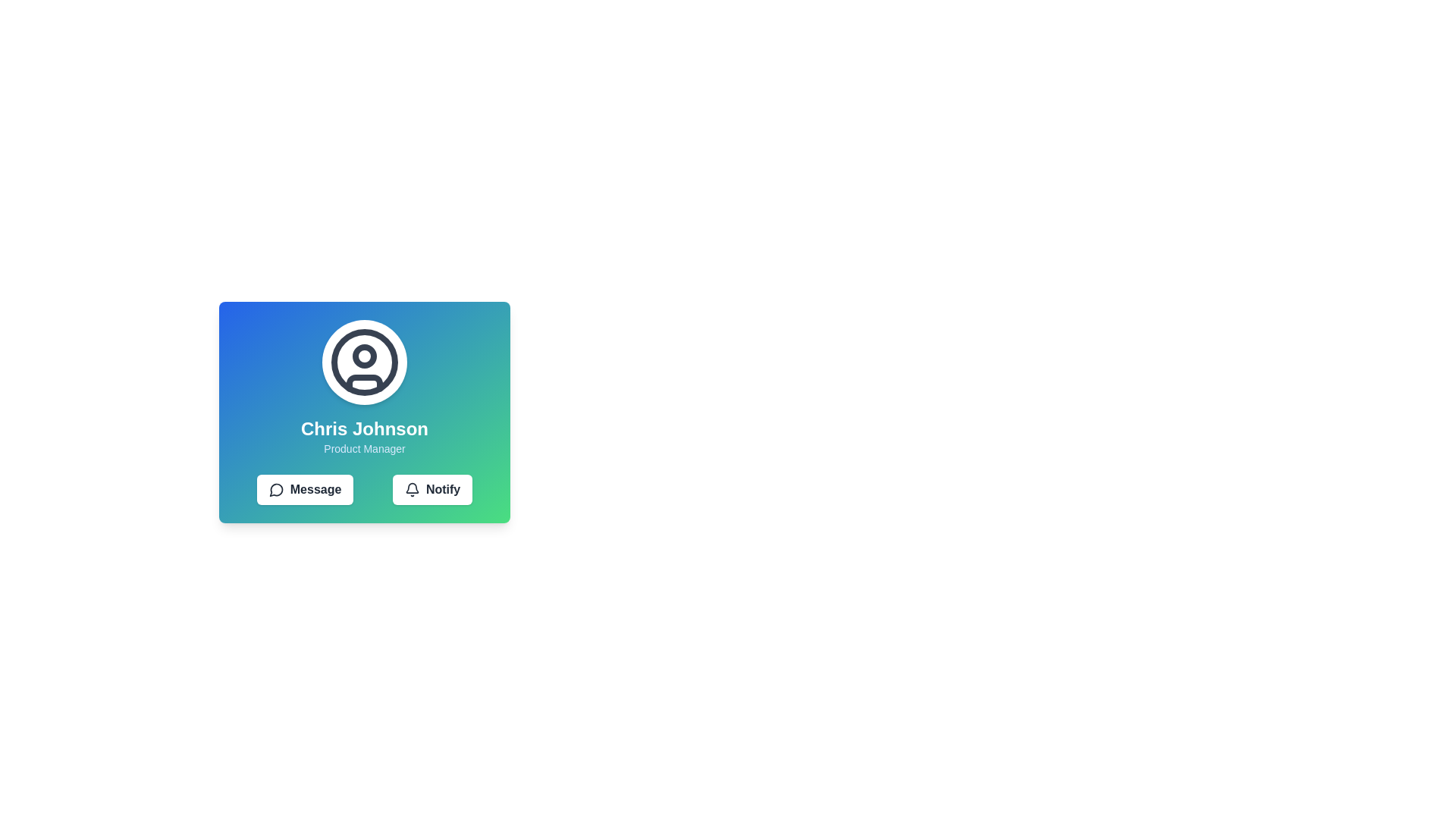 Image resolution: width=1456 pixels, height=819 pixels. What do you see at coordinates (364, 447) in the screenshot?
I see `the 'Product Manager' text label which provides information about the individual's role, located directly below 'Chris Johnson'` at bounding box center [364, 447].